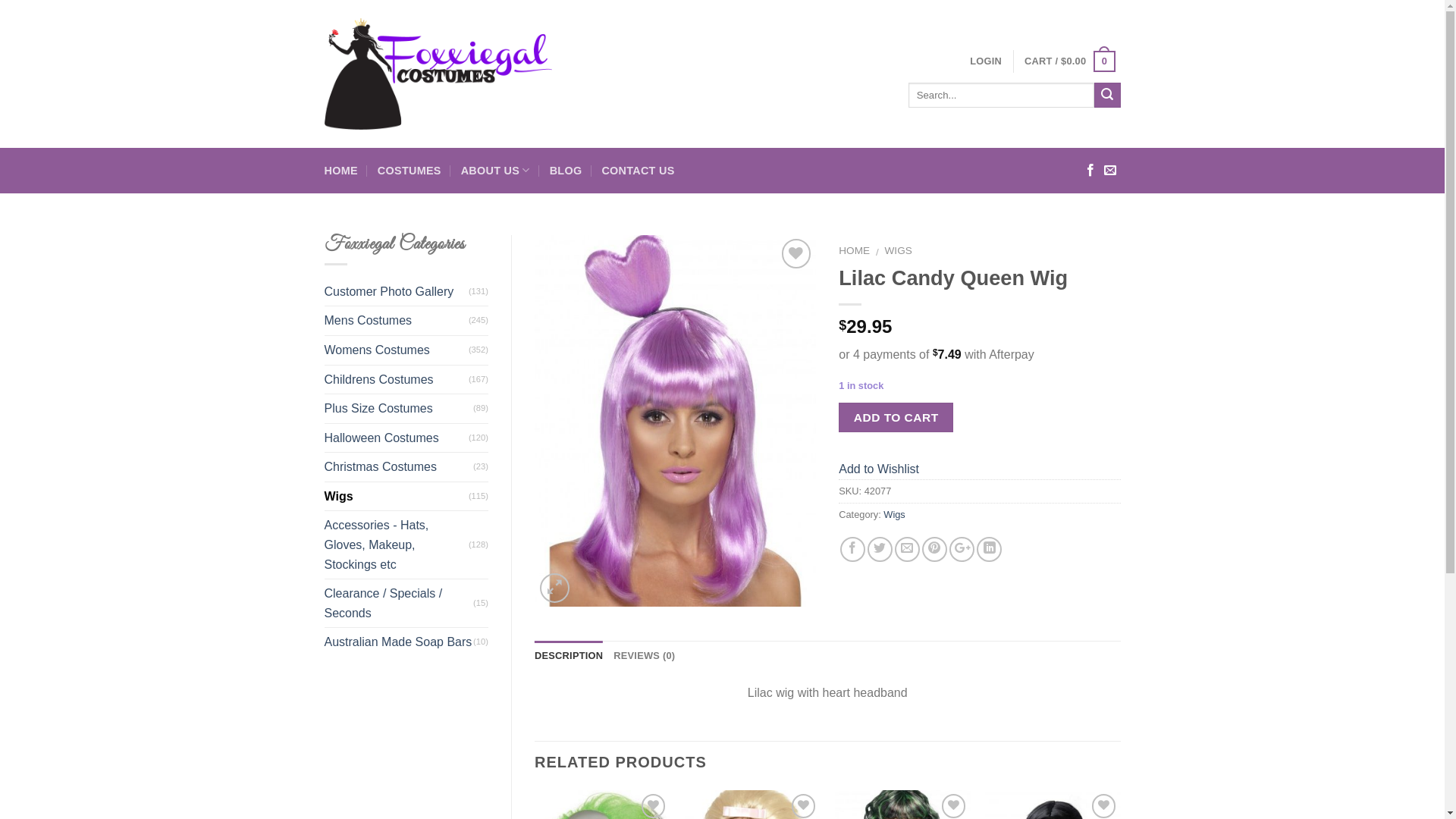 This screenshot has height=819, width=1456. I want to click on 'DESCRIPTION', so click(535, 654).